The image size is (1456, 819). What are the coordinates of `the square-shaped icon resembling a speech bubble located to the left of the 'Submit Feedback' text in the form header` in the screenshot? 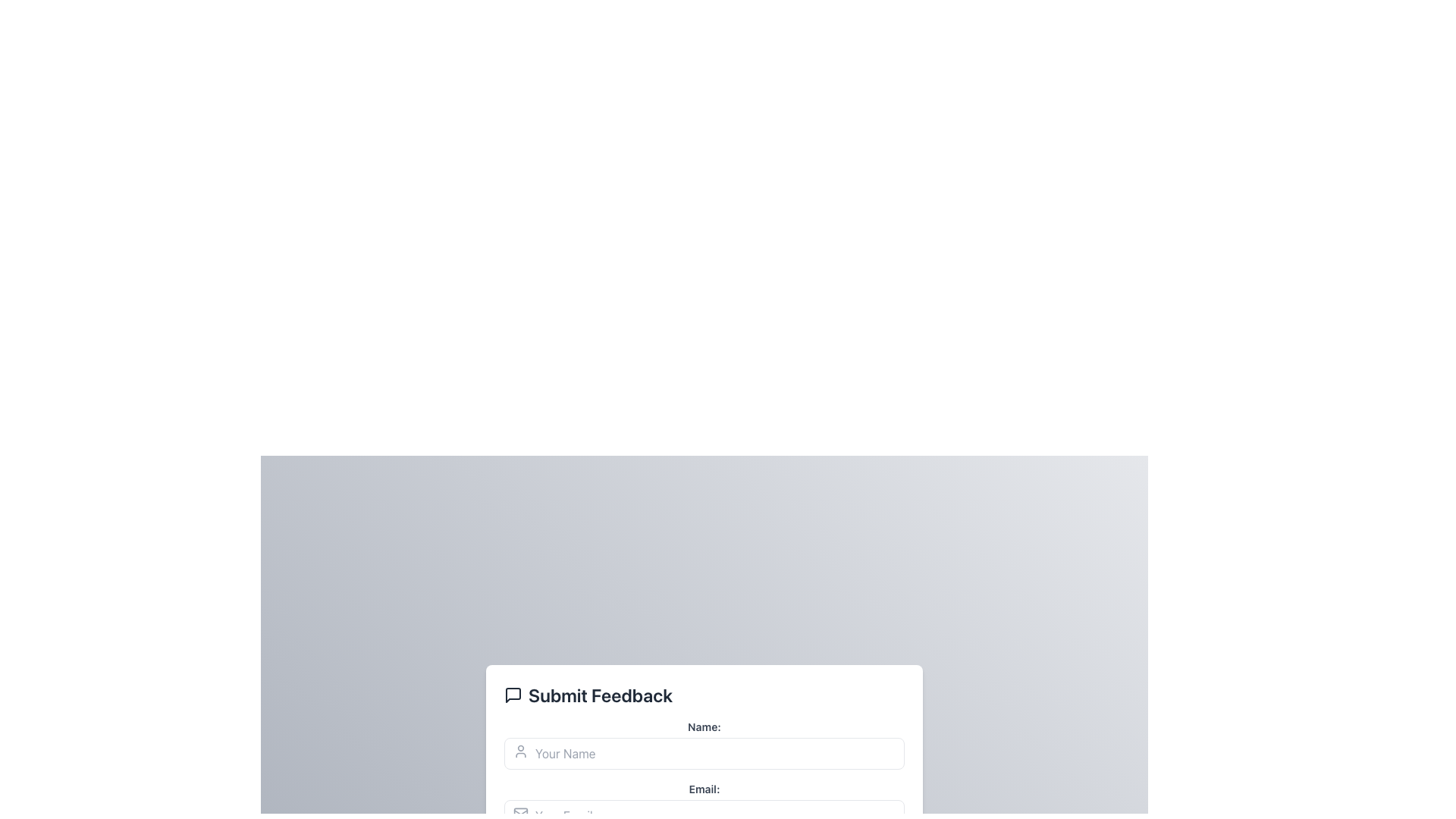 It's located at (513, 695).